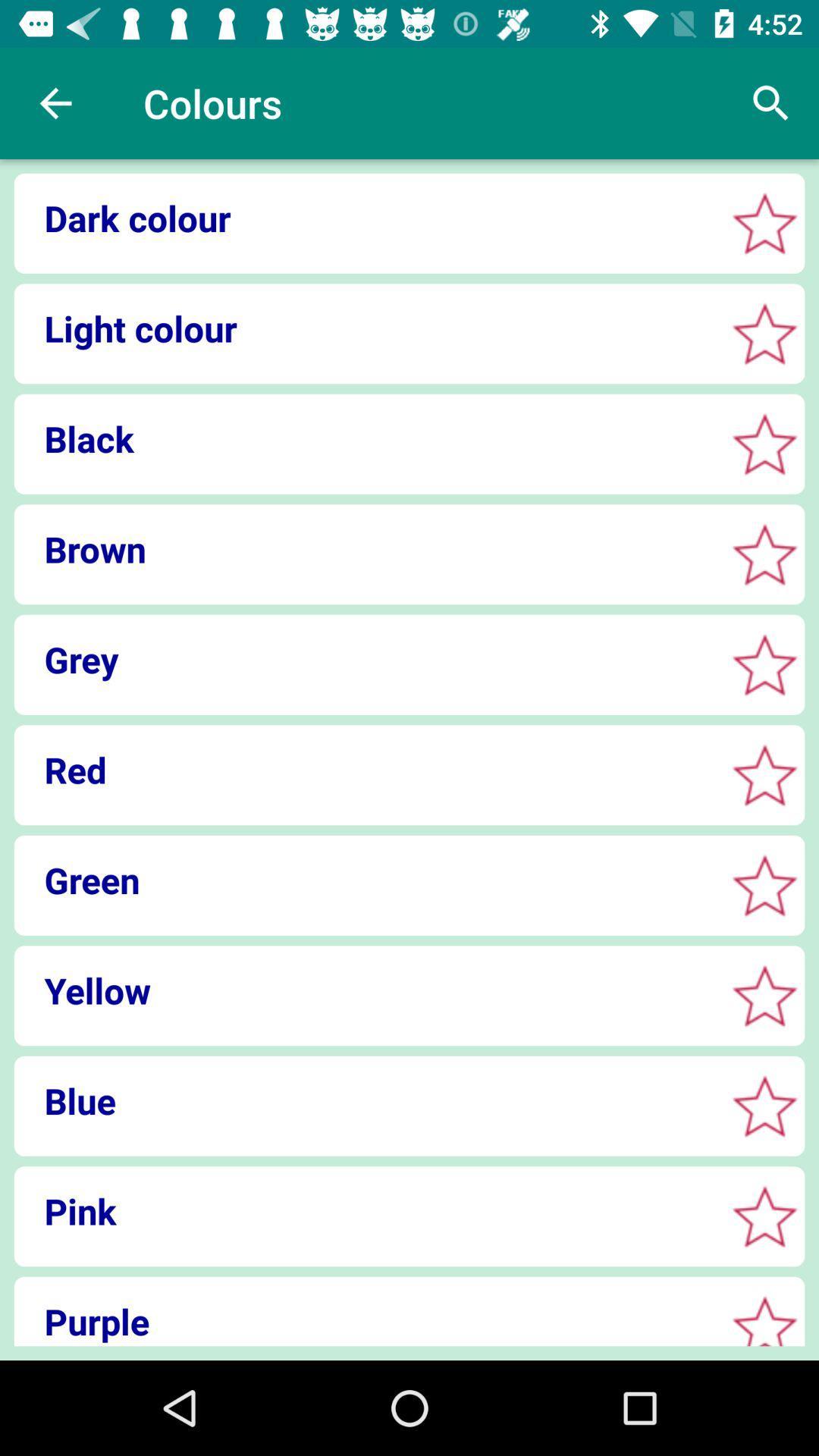 The height and width of the screenshot is (1456, 819). What do you see at coordinates (764, 1106) in the screenshot?
I see `a place to choose to give the color blue a gold star` at bounding box center [764, 1106].